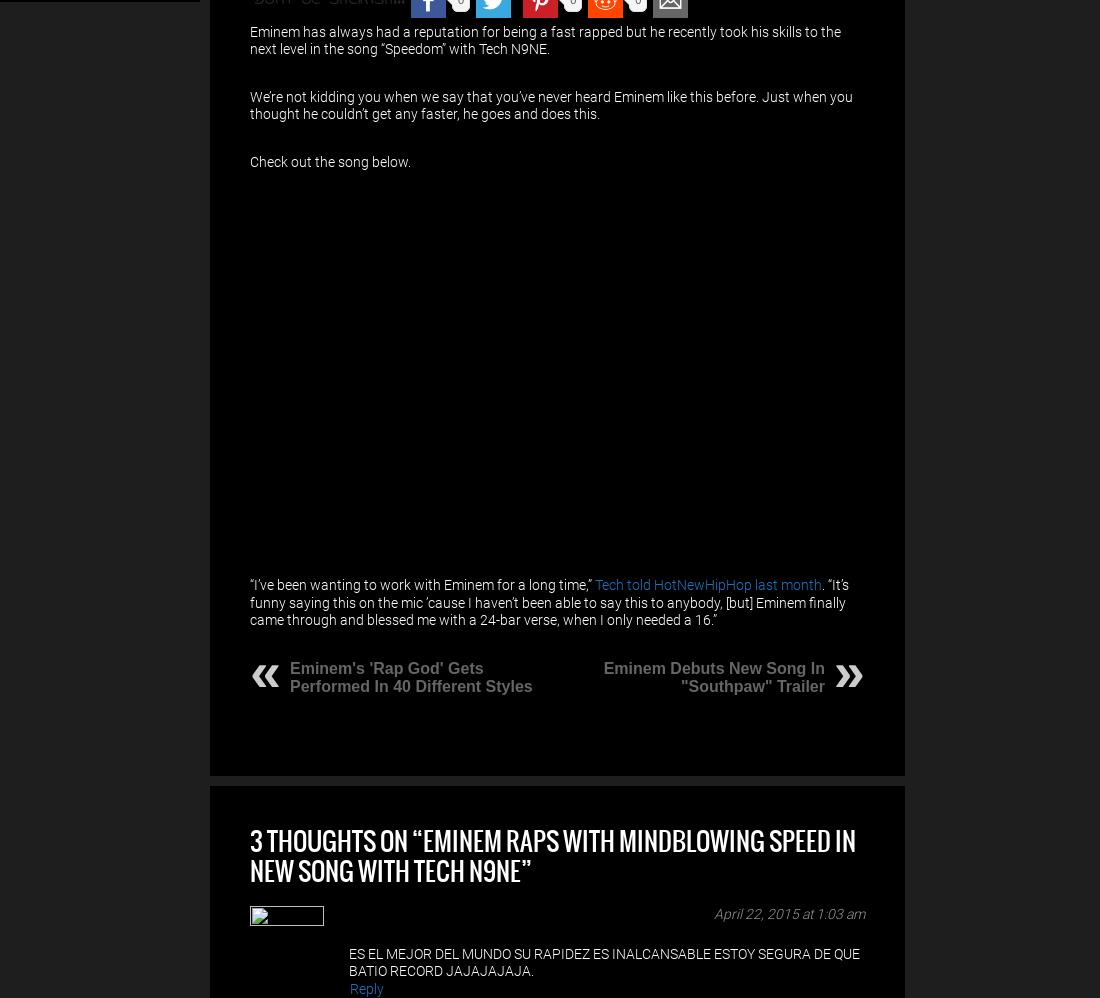  Describe the element at coordinates (713, 912) in the screenshot. I see `'April 22, 2015 at 1:03 am'` at that location.